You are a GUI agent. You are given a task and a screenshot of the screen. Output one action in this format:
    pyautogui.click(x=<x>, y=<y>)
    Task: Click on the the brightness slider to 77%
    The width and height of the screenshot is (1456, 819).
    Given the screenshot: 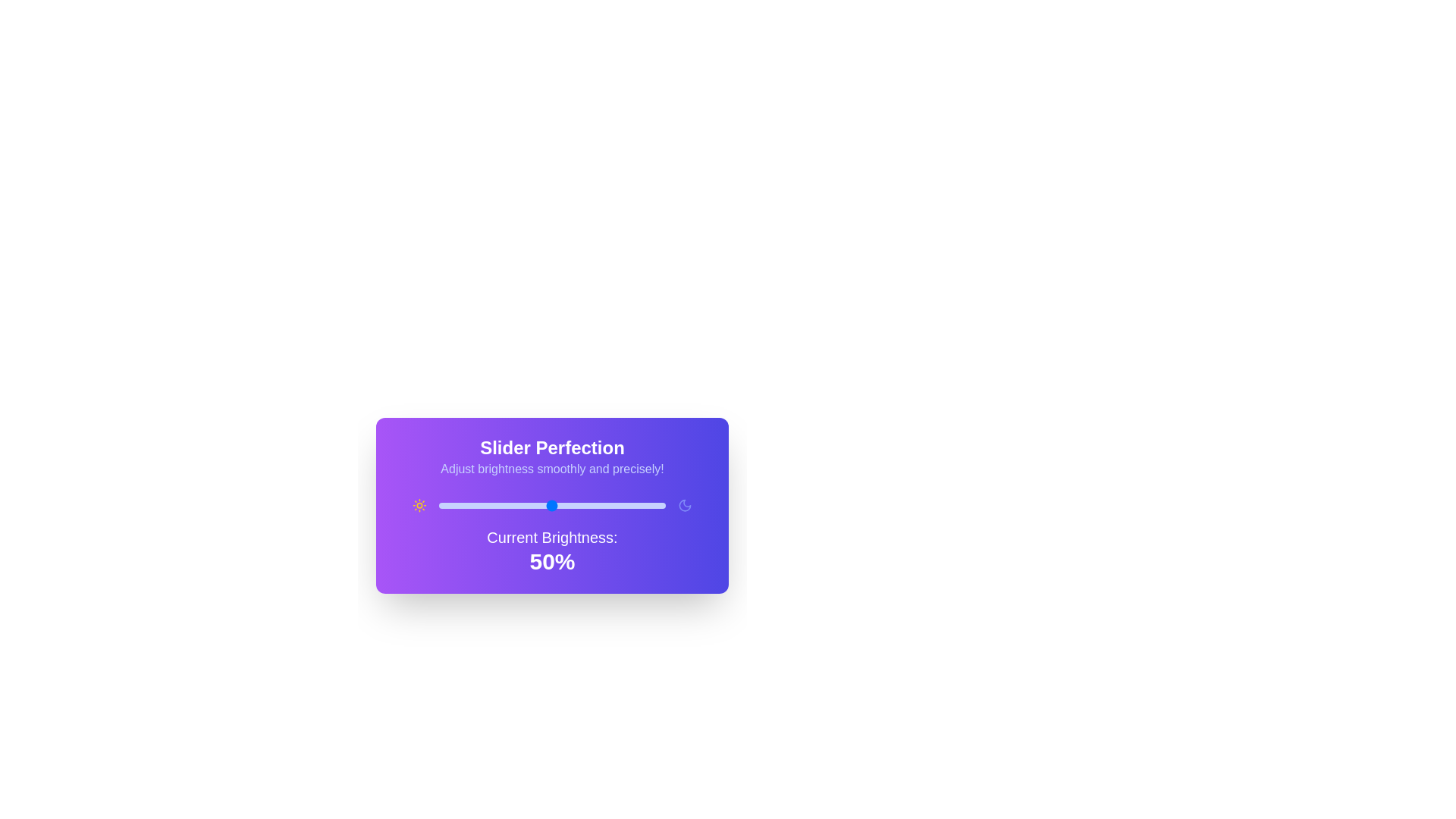 What is the action you would take?
    pyautogui.click(x=613, y=506)
    